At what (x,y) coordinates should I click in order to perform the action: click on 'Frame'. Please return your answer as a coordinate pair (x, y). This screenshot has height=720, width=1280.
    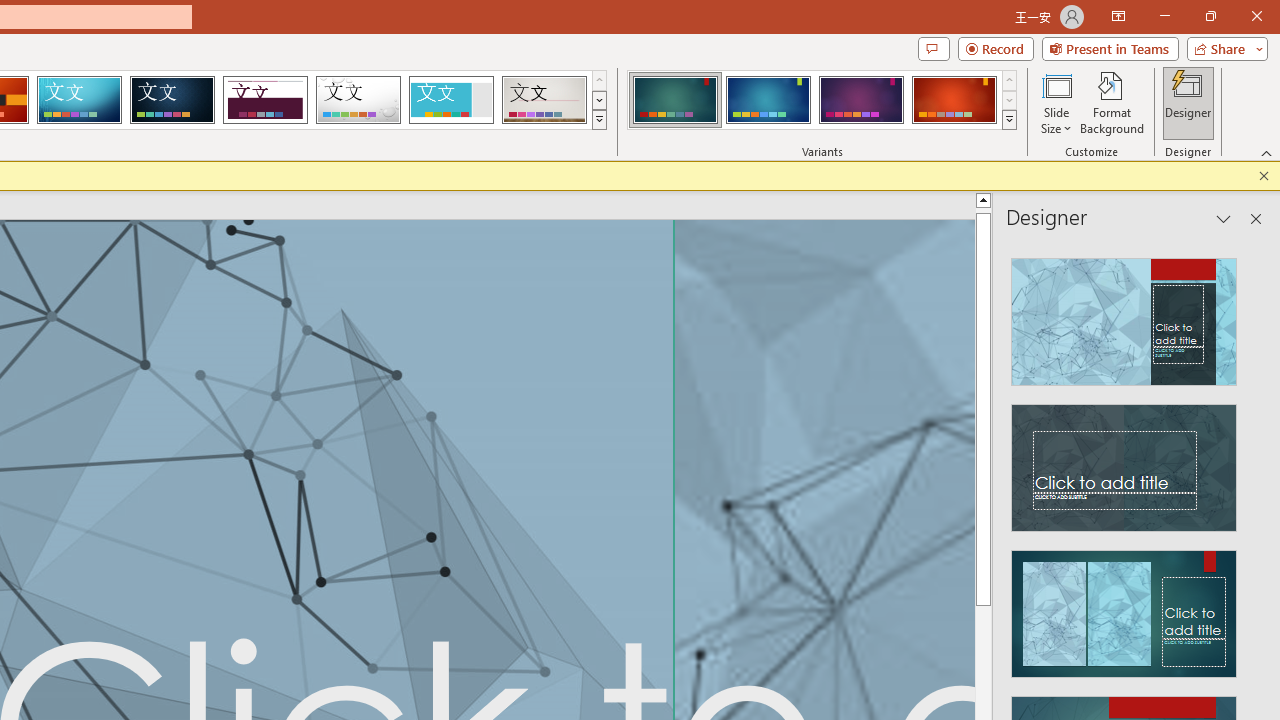
    Looking at the image, I should click on (450, 100).